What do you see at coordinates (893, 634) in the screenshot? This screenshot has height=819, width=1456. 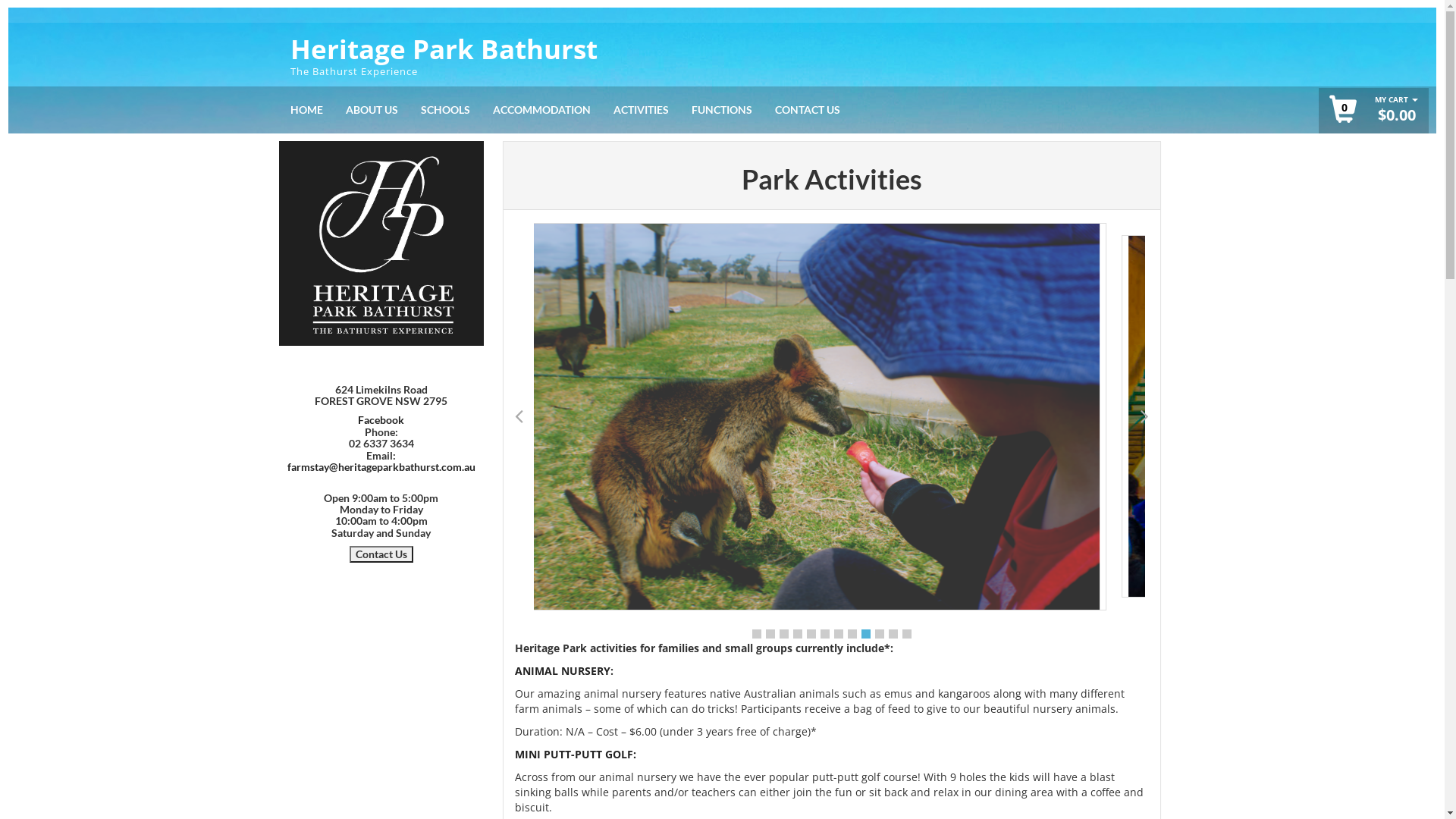 I see `'11'` at bounding box center [893, 634].